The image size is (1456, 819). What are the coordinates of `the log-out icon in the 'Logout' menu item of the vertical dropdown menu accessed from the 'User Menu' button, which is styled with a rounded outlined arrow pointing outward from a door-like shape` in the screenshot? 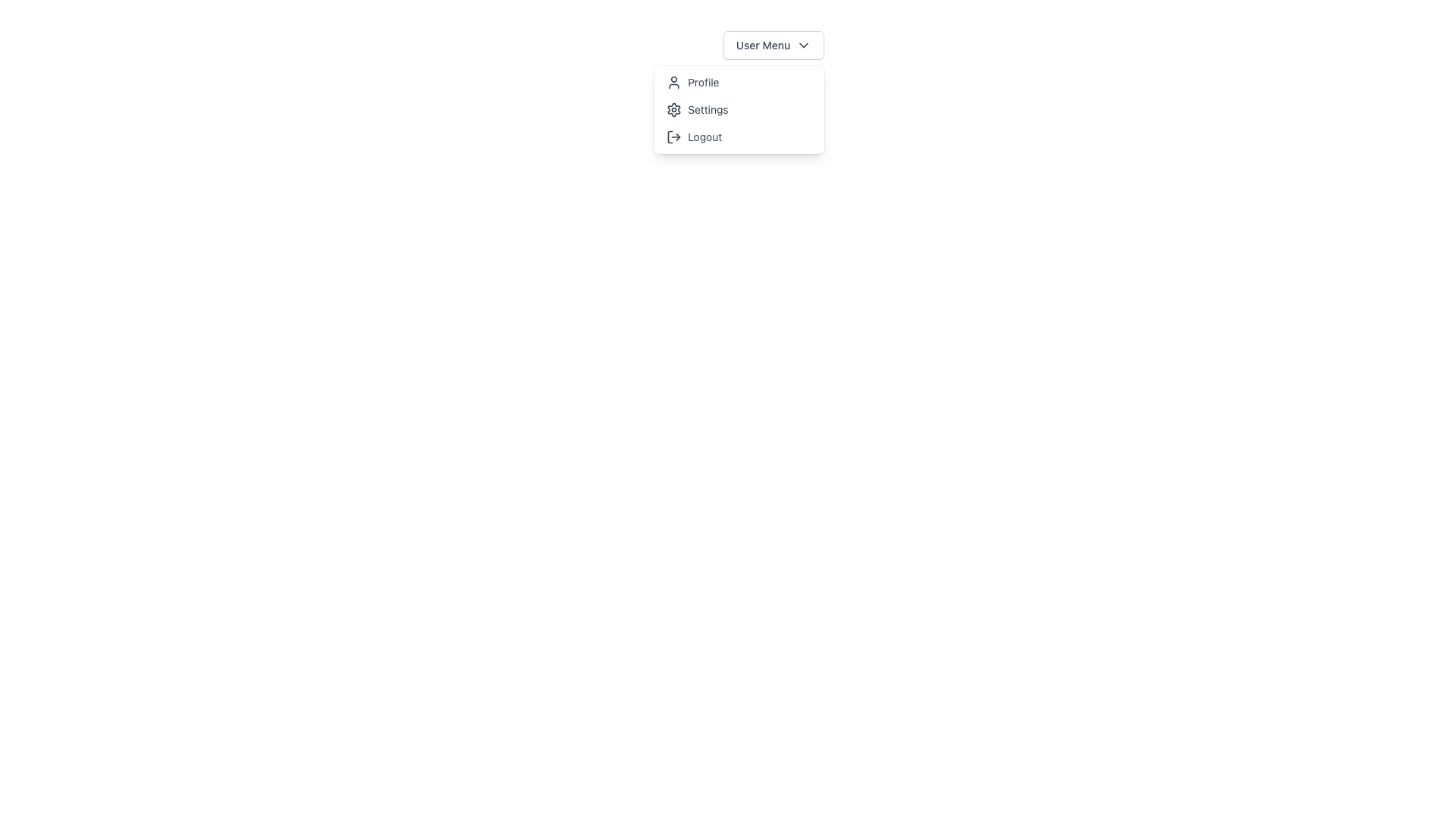 It's located at (673, 137).